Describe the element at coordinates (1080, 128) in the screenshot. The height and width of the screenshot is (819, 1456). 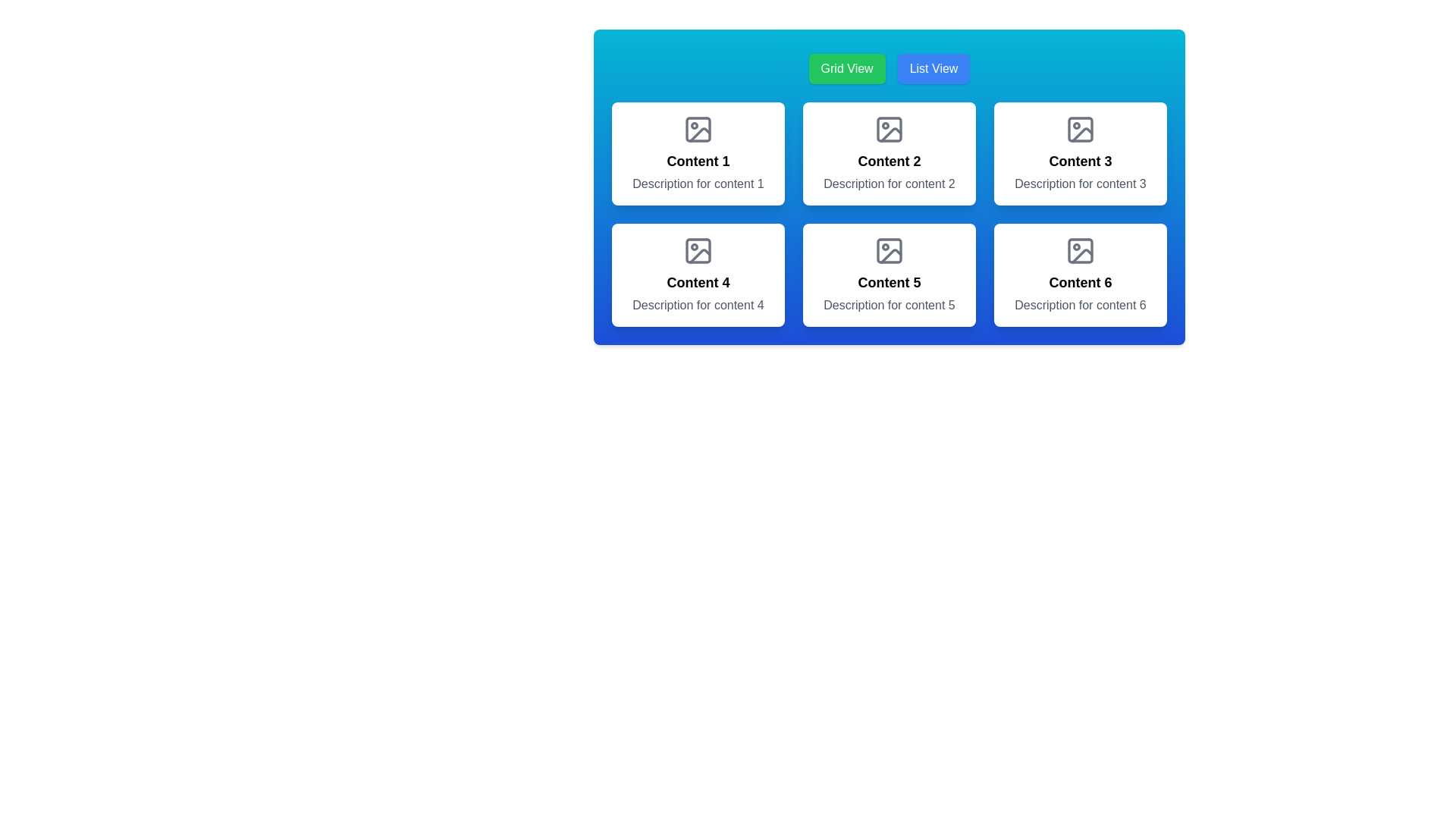
I see `the icon representing the image or media within the 'Content 3' card, located at the top-center region above the text 'Content 3'` at that location.